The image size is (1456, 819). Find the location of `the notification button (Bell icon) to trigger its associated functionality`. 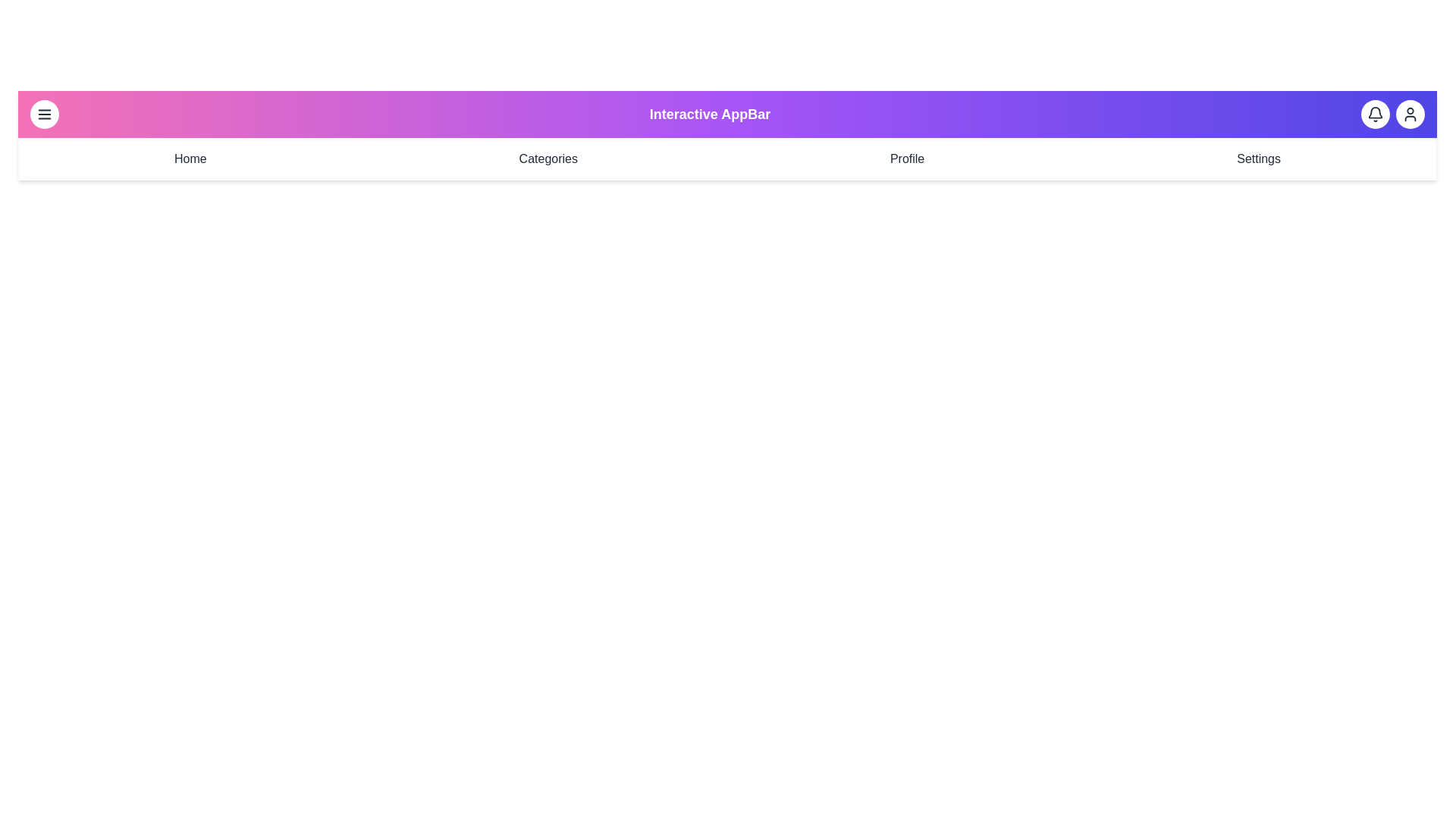

the notification button (Bell icon) to trigger its associated functionality is located at coordinates (1376, 113).